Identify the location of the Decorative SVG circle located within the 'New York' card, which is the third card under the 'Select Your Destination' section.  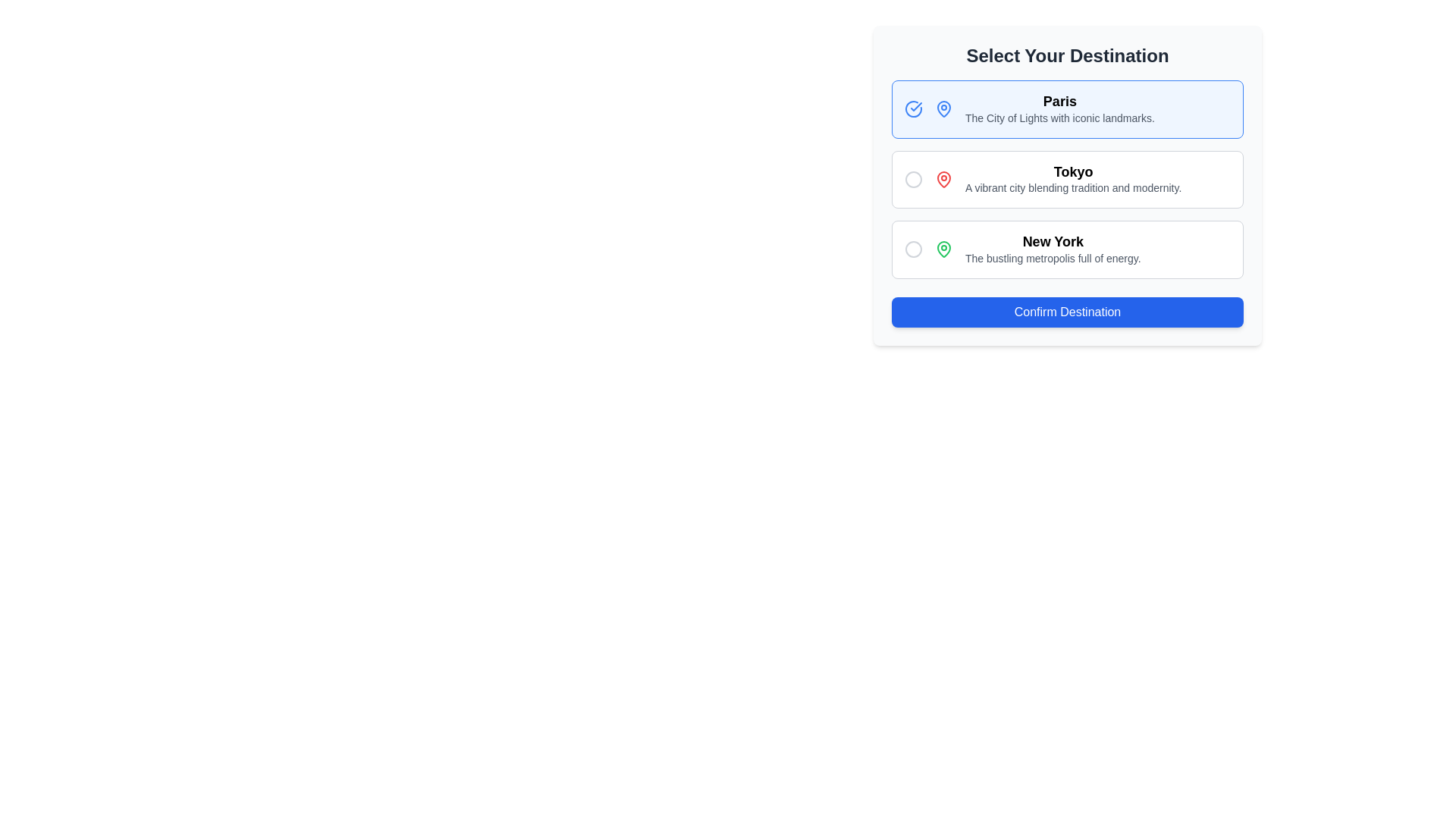
(912, 248).